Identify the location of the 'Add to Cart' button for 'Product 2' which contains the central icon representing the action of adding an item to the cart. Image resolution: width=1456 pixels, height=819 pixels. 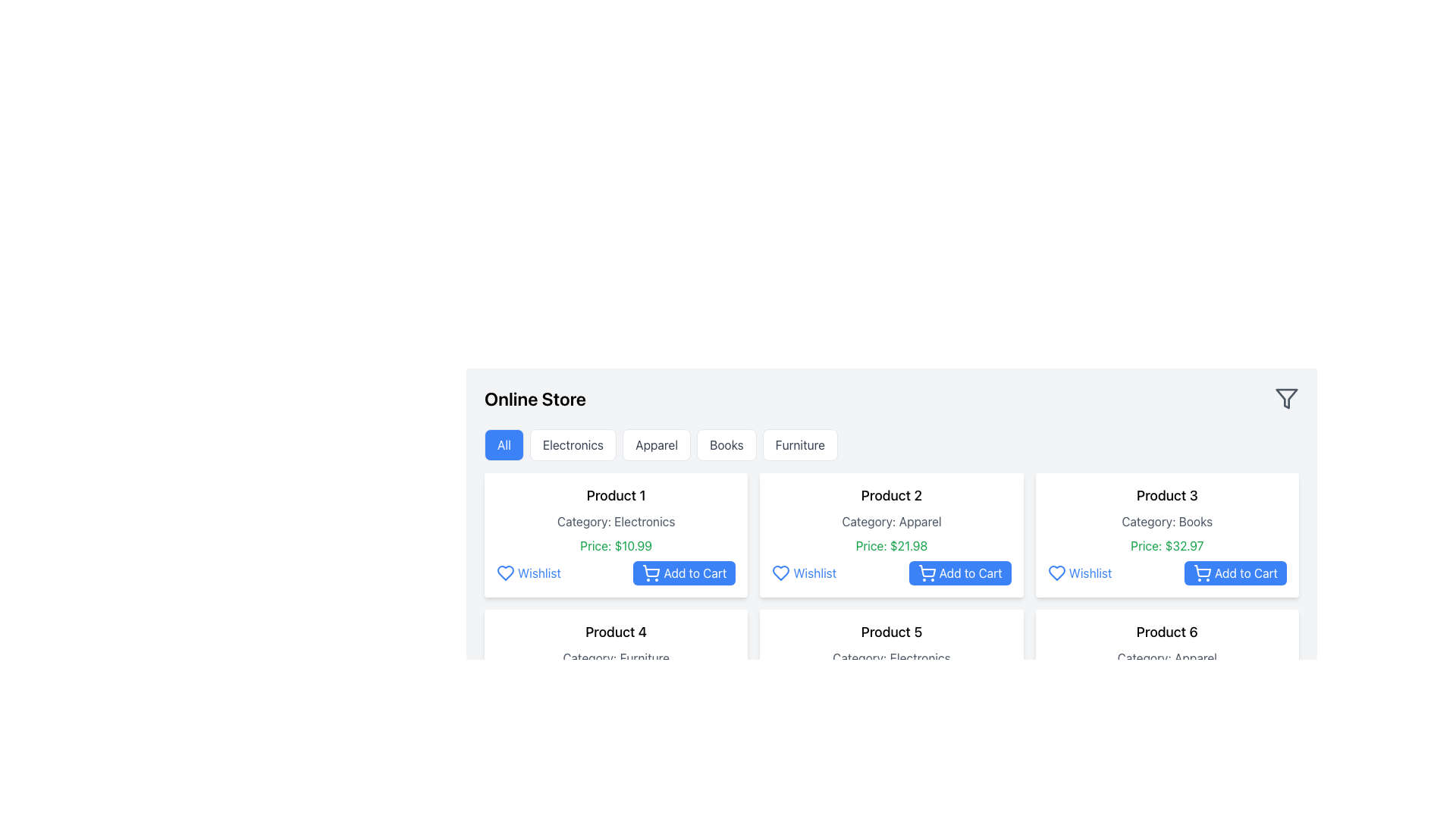
(926, 571).